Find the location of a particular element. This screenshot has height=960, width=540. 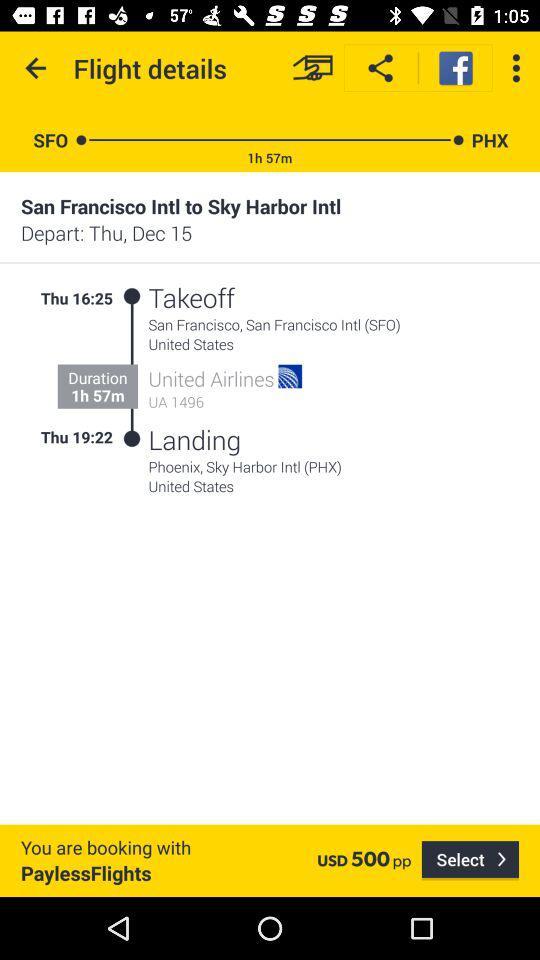

phoenix sky harbor icon is located at coordinates (333, 466).